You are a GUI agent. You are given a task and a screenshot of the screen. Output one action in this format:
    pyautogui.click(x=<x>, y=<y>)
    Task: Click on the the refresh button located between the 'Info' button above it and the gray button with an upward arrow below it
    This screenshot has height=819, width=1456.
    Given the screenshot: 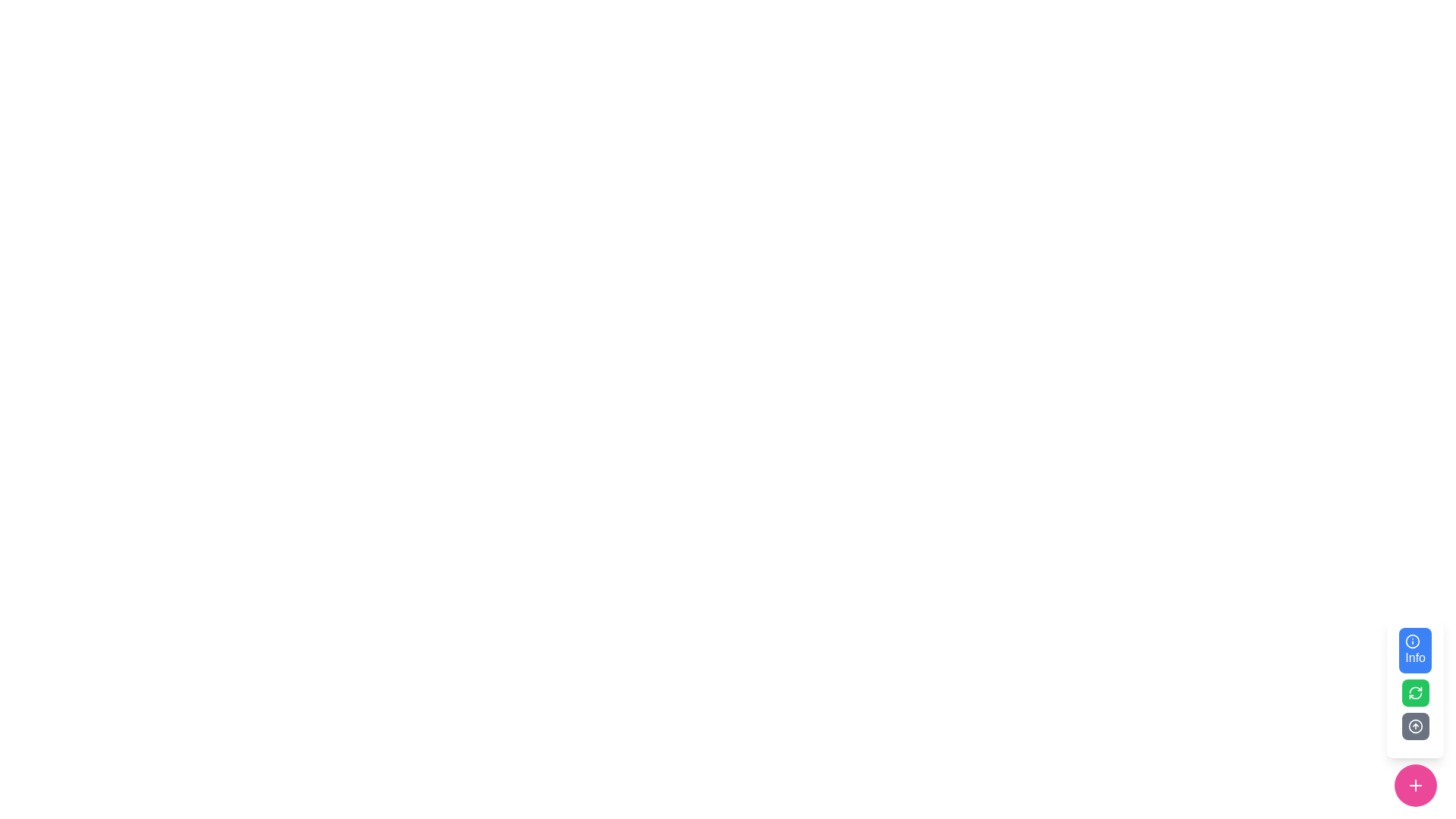 What is the action you would take?
    pyautogui.click(x=1414, y=693)
    